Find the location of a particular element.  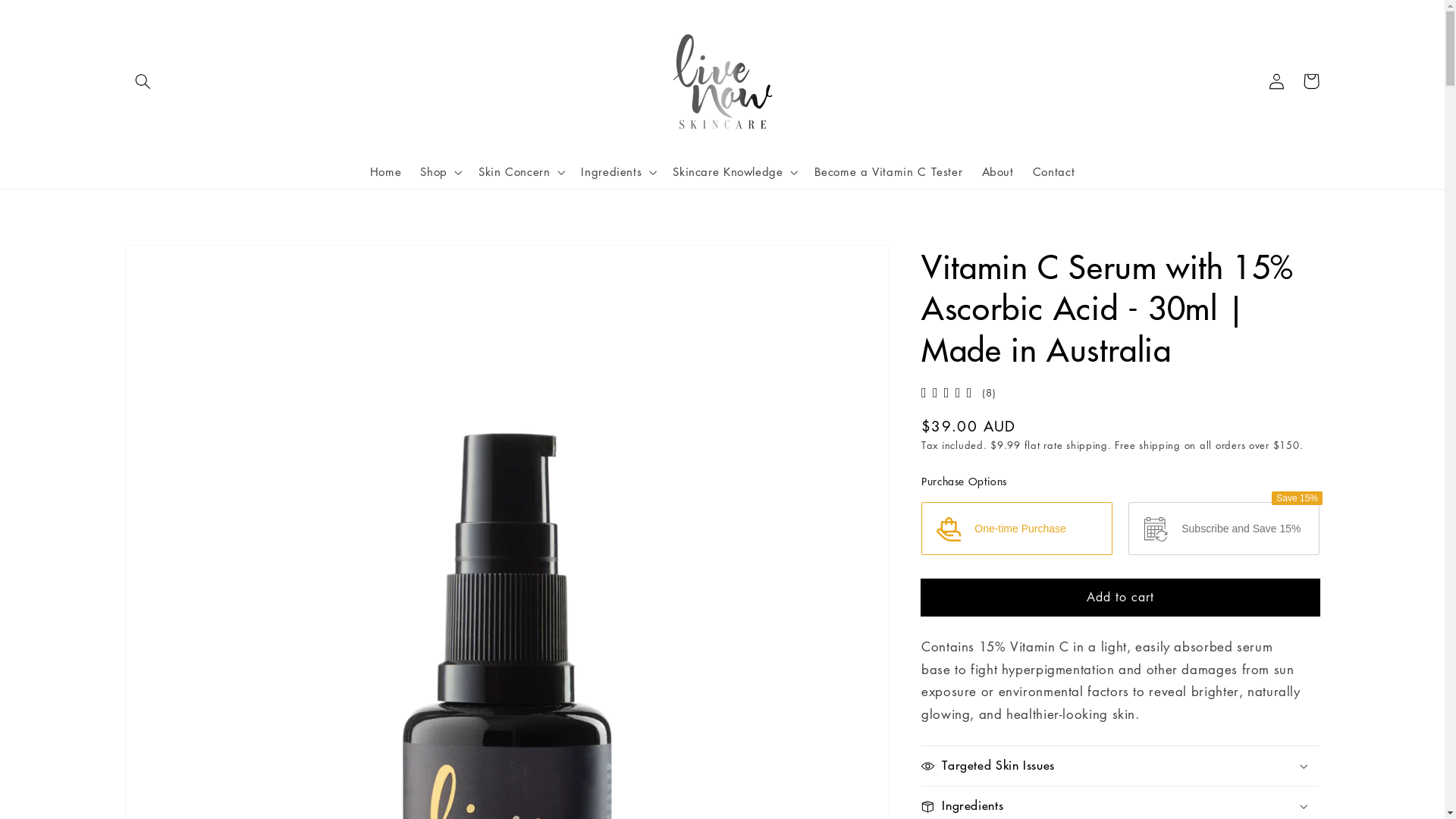

'Become a Vitamin C Tester' is located at coordinates (888, 171).